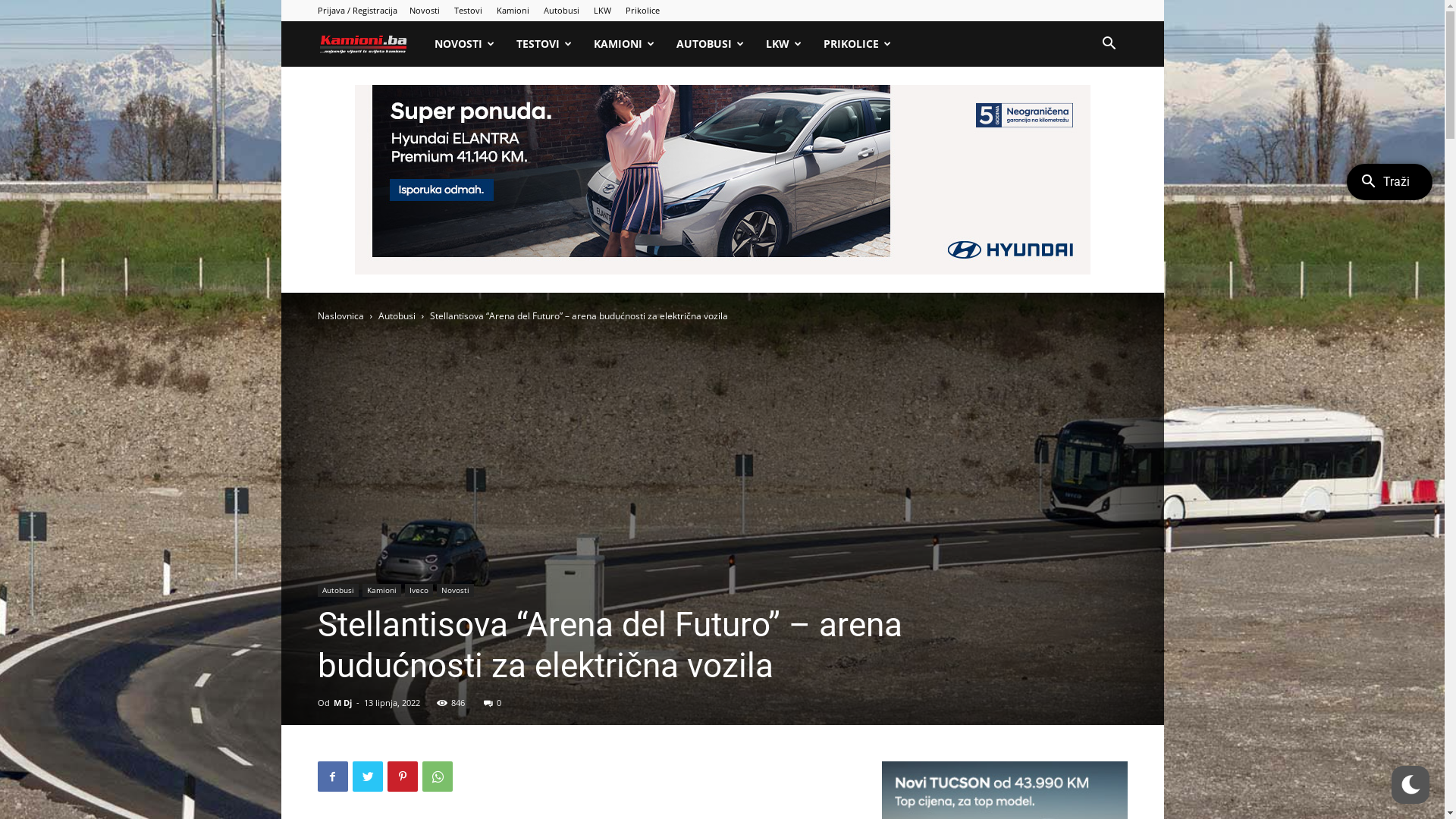  I want to click on '0', so click(492, 702).